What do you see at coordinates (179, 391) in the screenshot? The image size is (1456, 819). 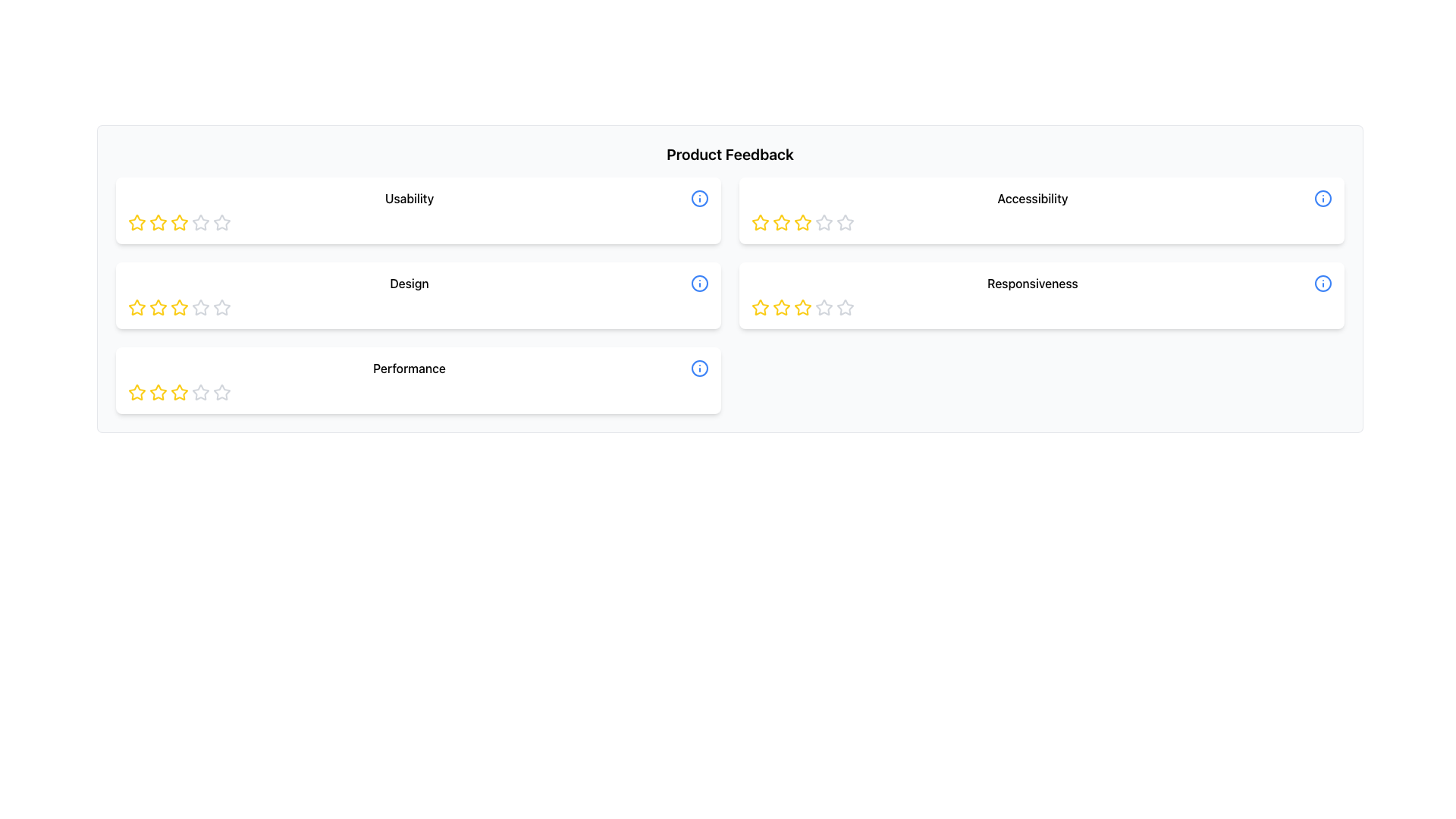 I see `the third star in the star rating icon group under the 'Performance' section` at bounding box center [179, 391].